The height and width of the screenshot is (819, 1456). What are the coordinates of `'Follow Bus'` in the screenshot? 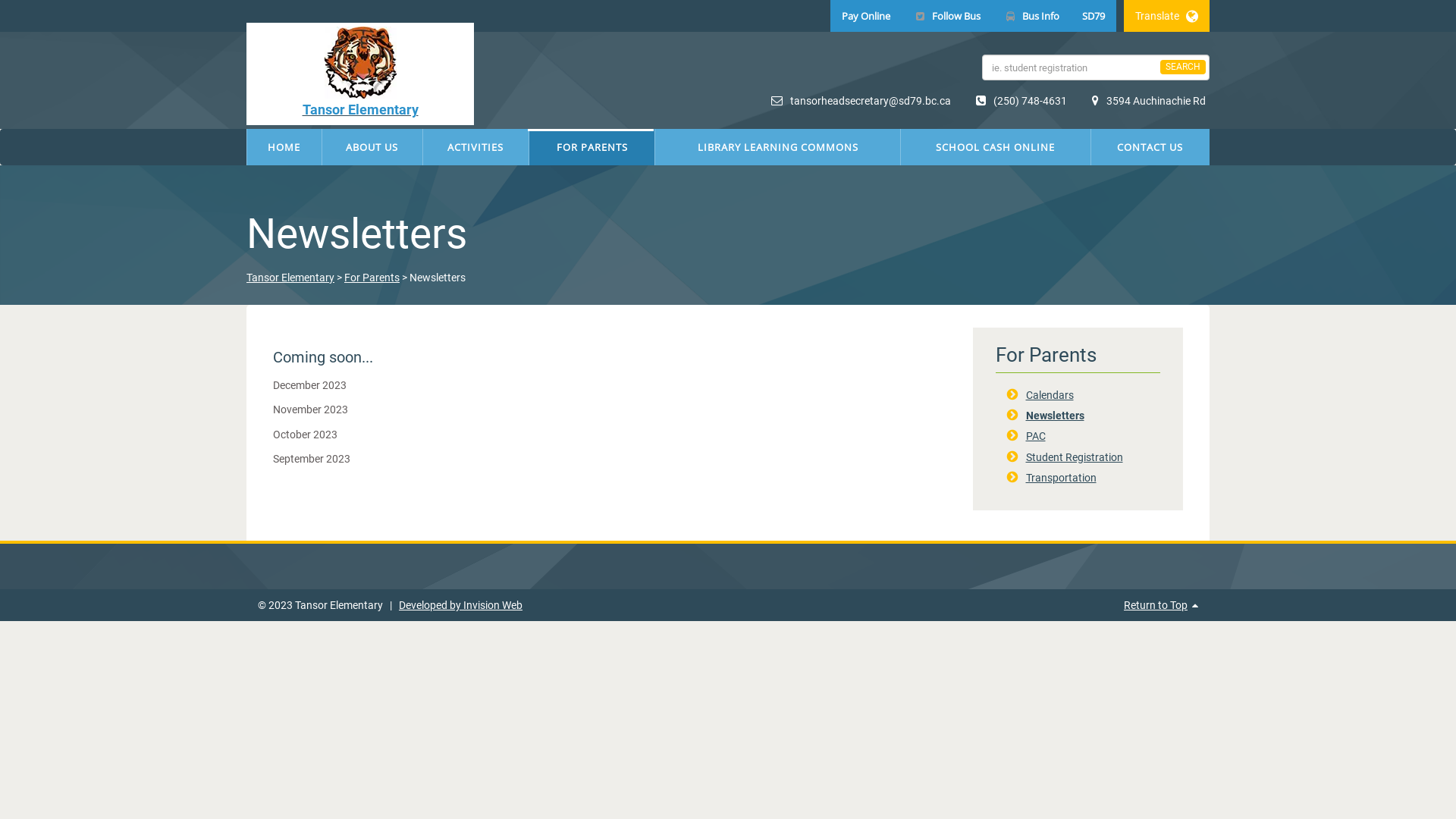 It's located at (946, 15).